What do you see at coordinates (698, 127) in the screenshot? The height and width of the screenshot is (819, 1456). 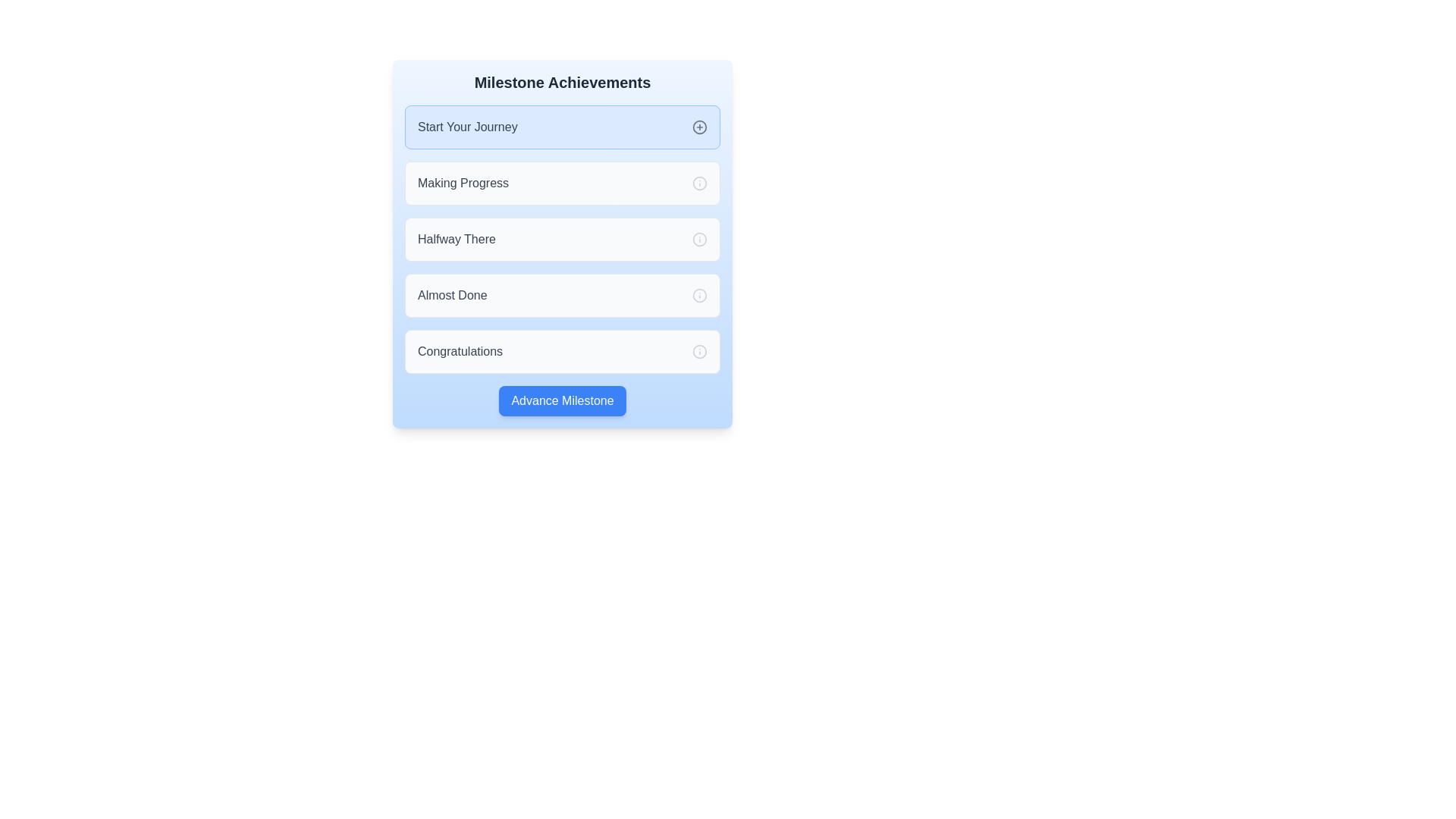 I see `the interactive button (plus icon) located on the right side of the 'Start Your Journey' text` at bounding box center [698, 127].